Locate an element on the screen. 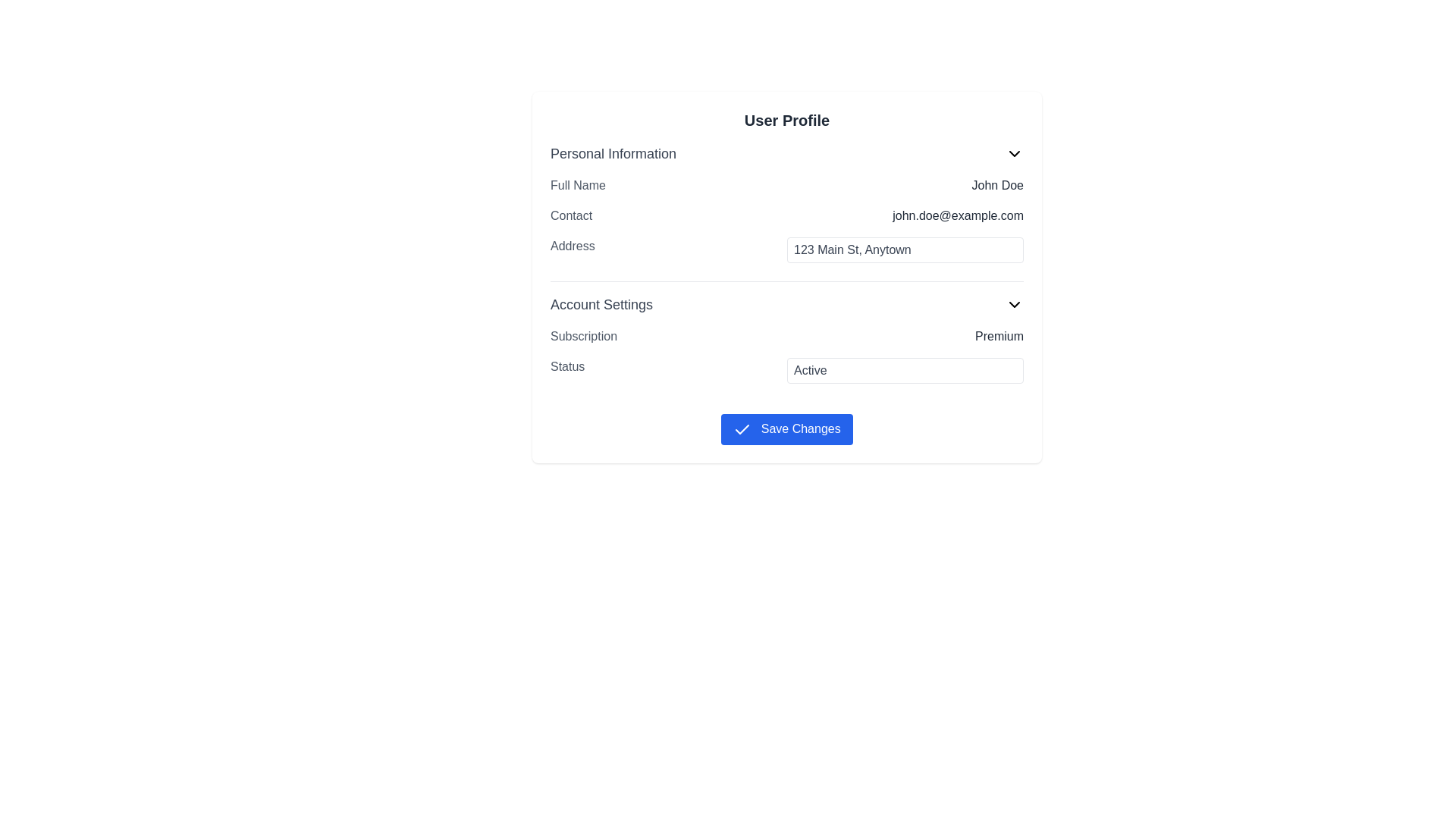 The image size is (1456, 819). the 'Premium' text label, which is displayed in a bold, dark gray font under the 'Account Settings' section and is positioned near the upper-right region of the page is located at coordinates (999, 335).